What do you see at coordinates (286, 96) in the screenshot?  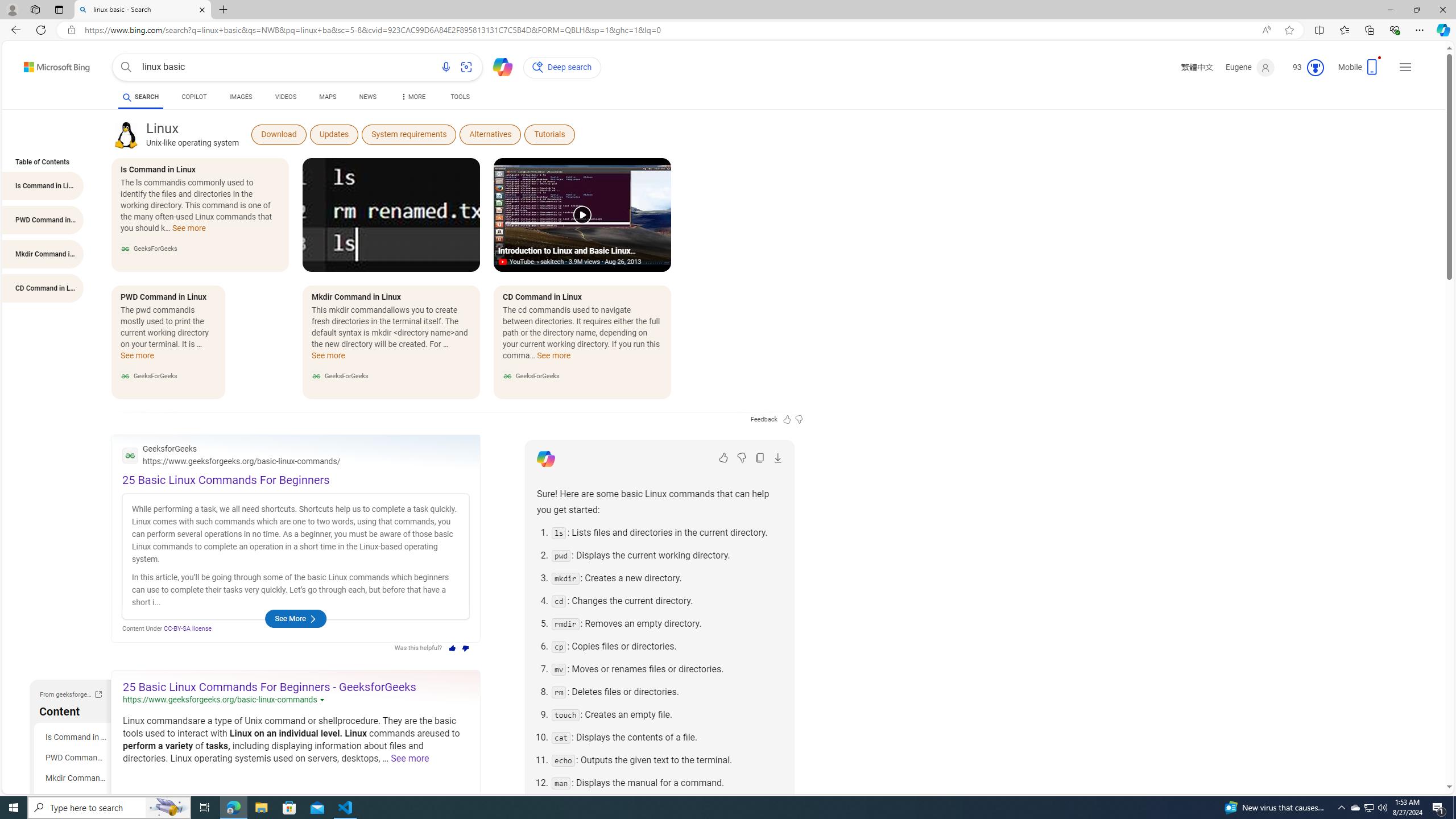 I see `'VIDEOS'` at bounding box center [286, 96].